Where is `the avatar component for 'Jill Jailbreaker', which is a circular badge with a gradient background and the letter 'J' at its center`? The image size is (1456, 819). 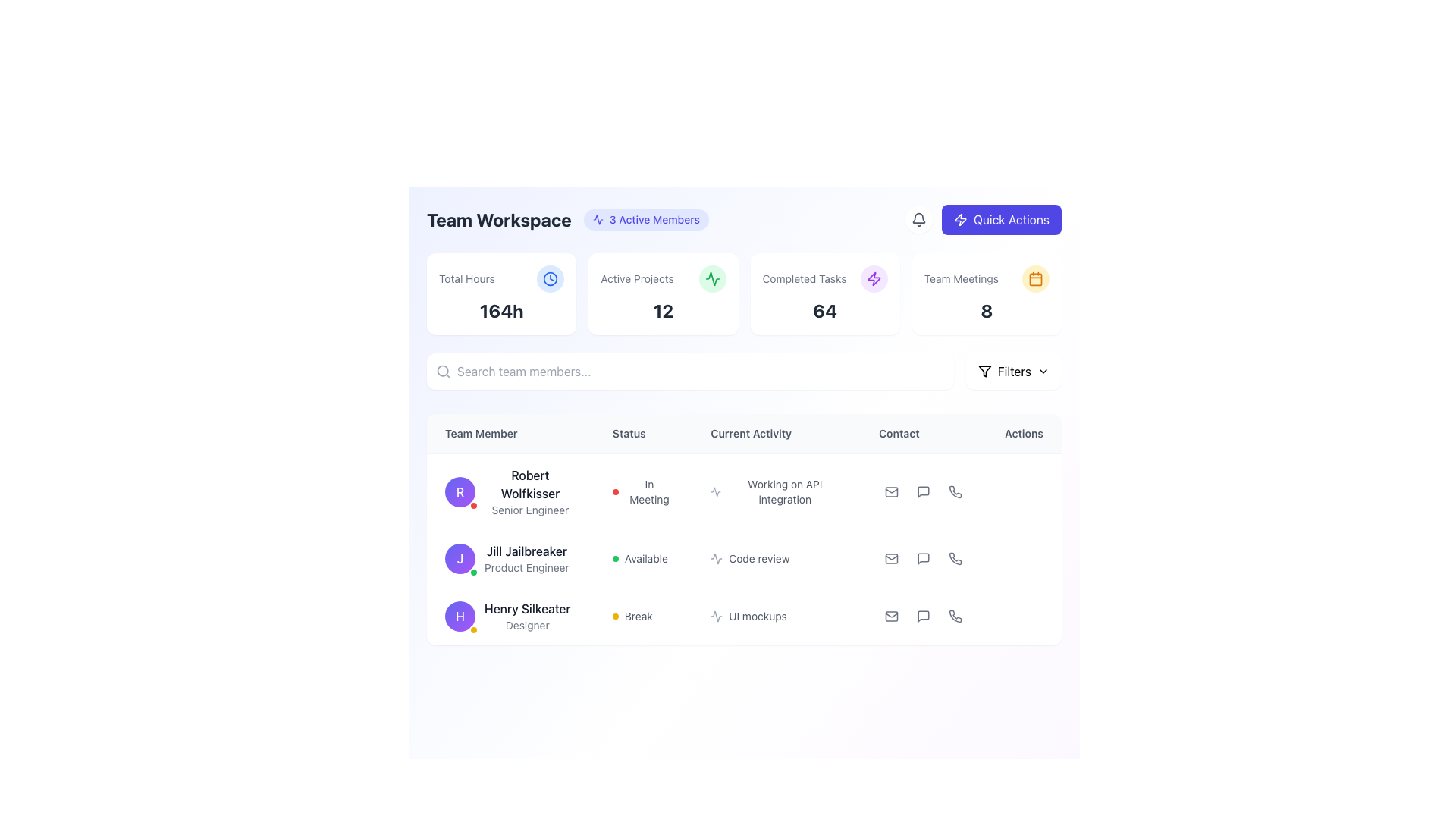 the avatar component for 'Jill Jailbreaker', which is a circular badge with a gradient background and the letter 'J' at its center is located at coordinates (459, 558).